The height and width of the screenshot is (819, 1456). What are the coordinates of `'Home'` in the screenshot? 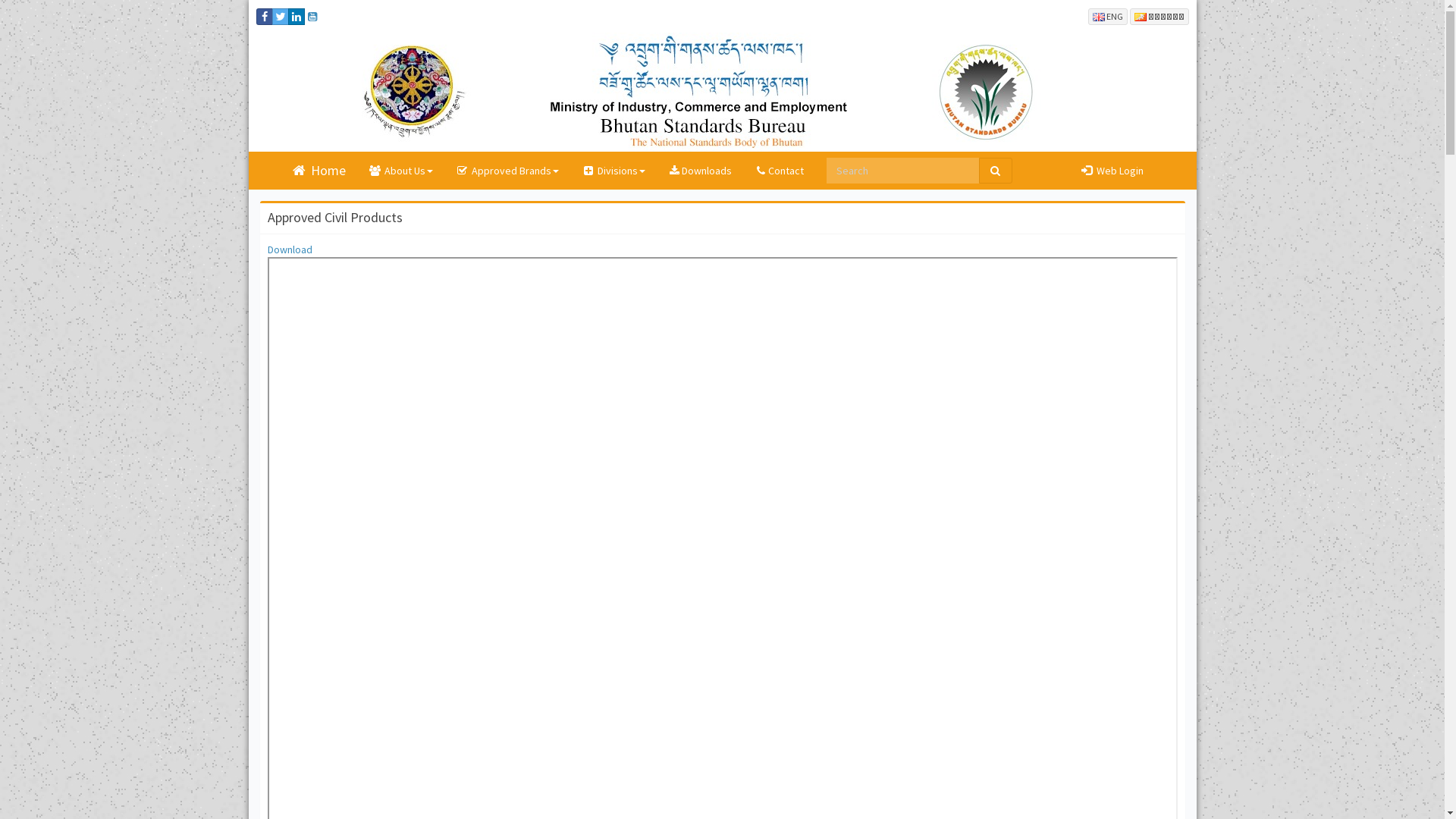 It's located at (279, 170).